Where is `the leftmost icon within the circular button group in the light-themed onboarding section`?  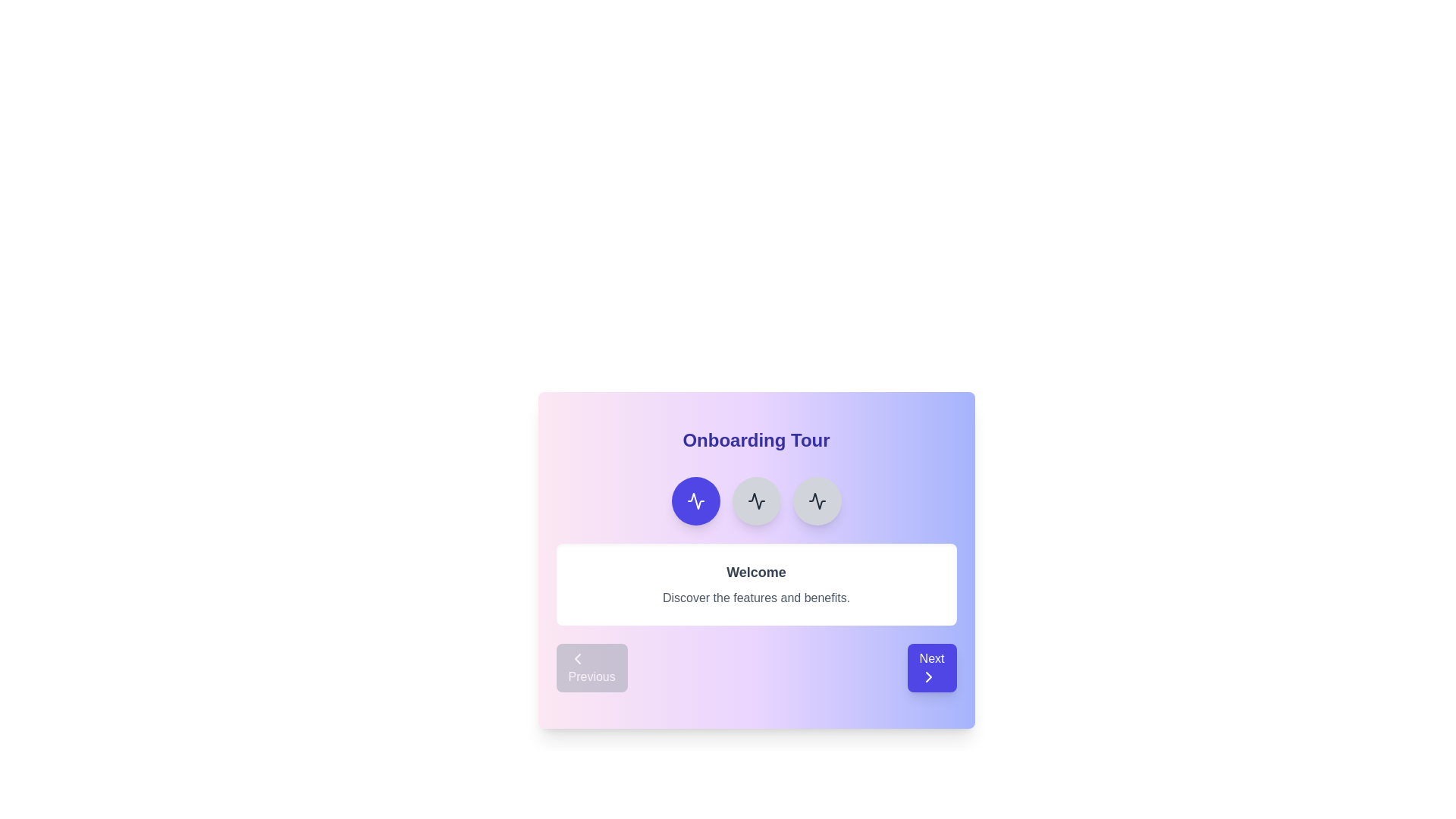
the leftmost icon within the circular button group in the light-themed onboarding section is located at coordinates (695, 500).